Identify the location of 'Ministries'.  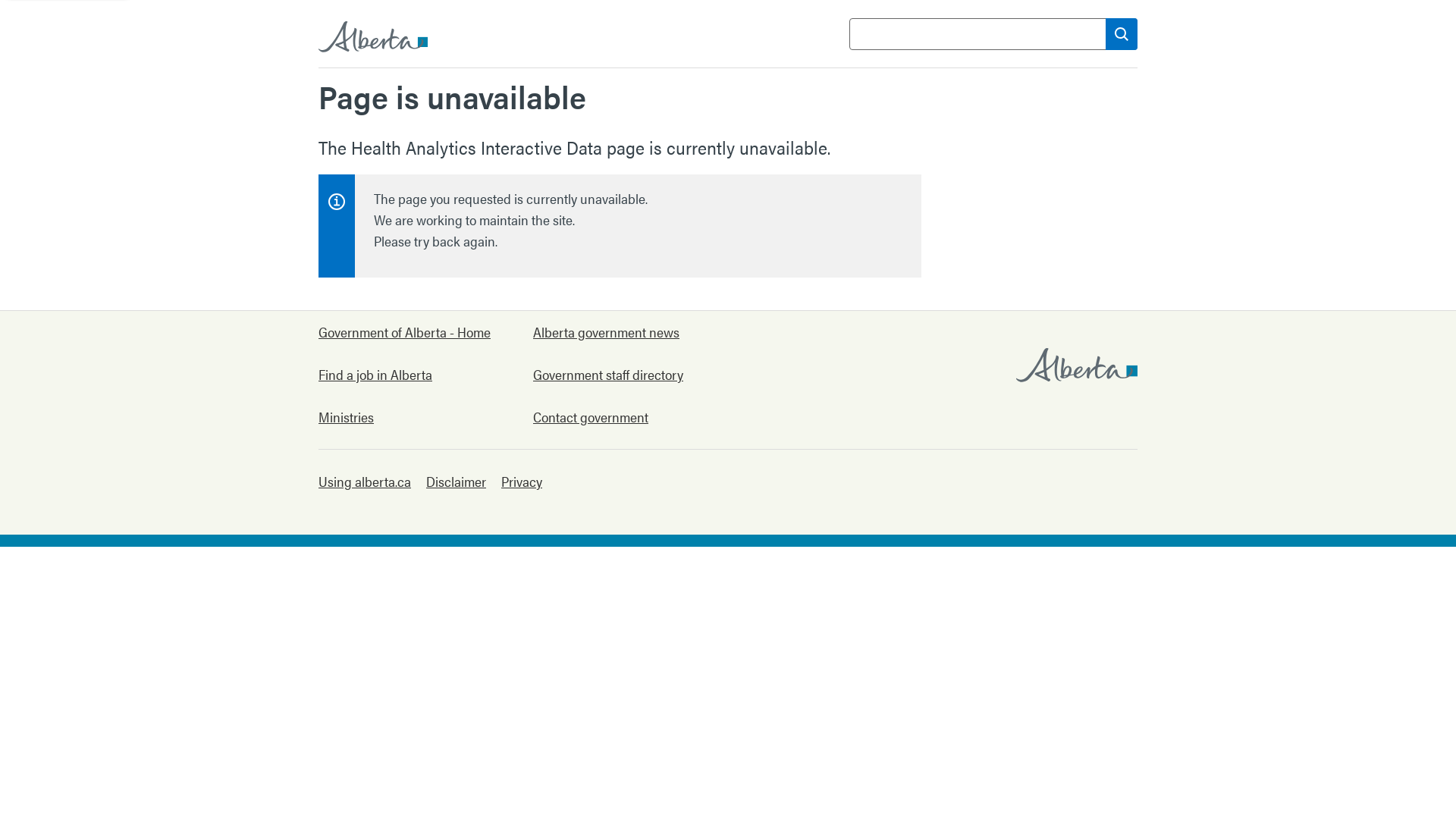
(404, 417).